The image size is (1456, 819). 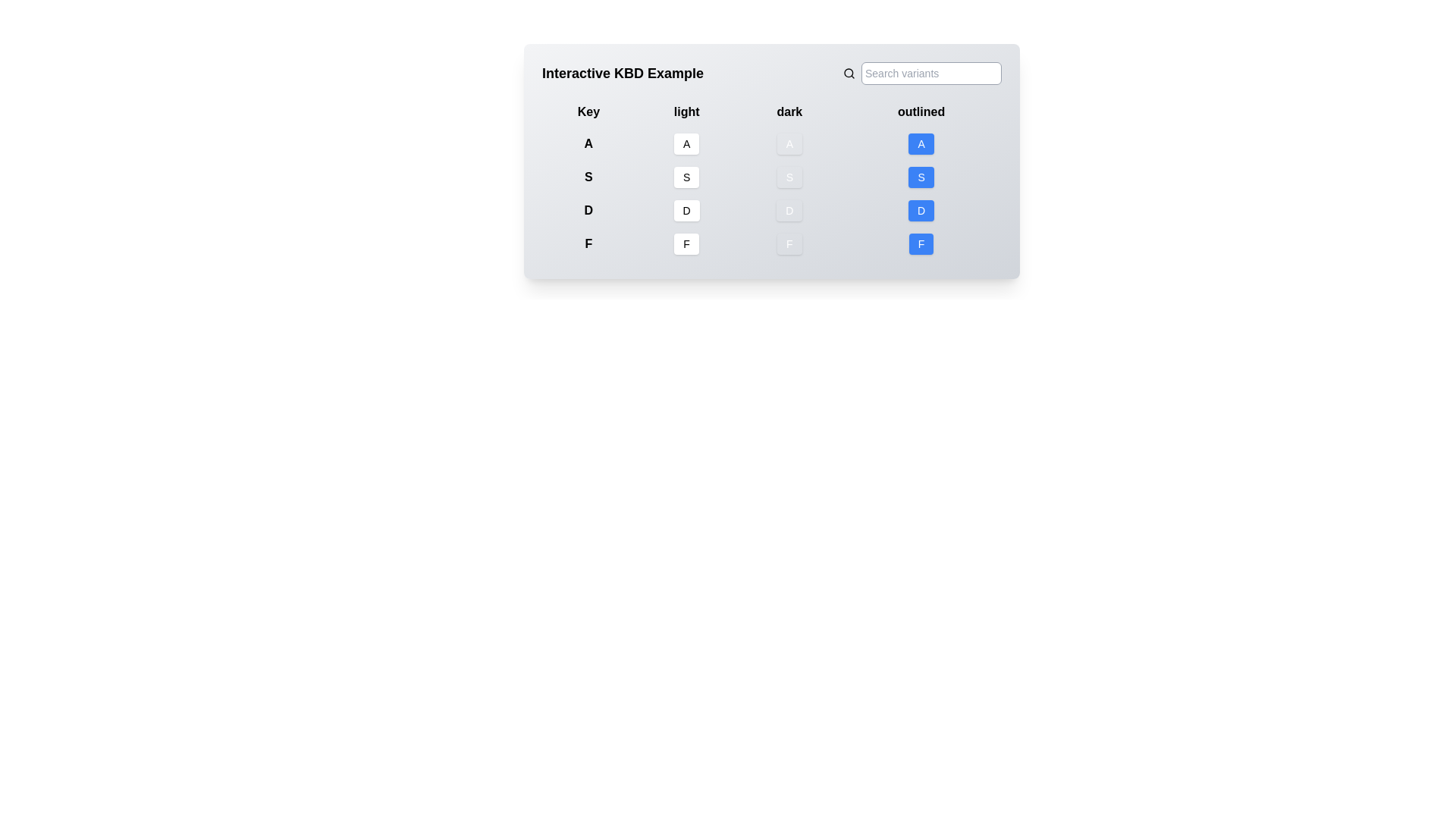 I want to click on the small blue button with a white capital 'S', so click(x=921, y=177).